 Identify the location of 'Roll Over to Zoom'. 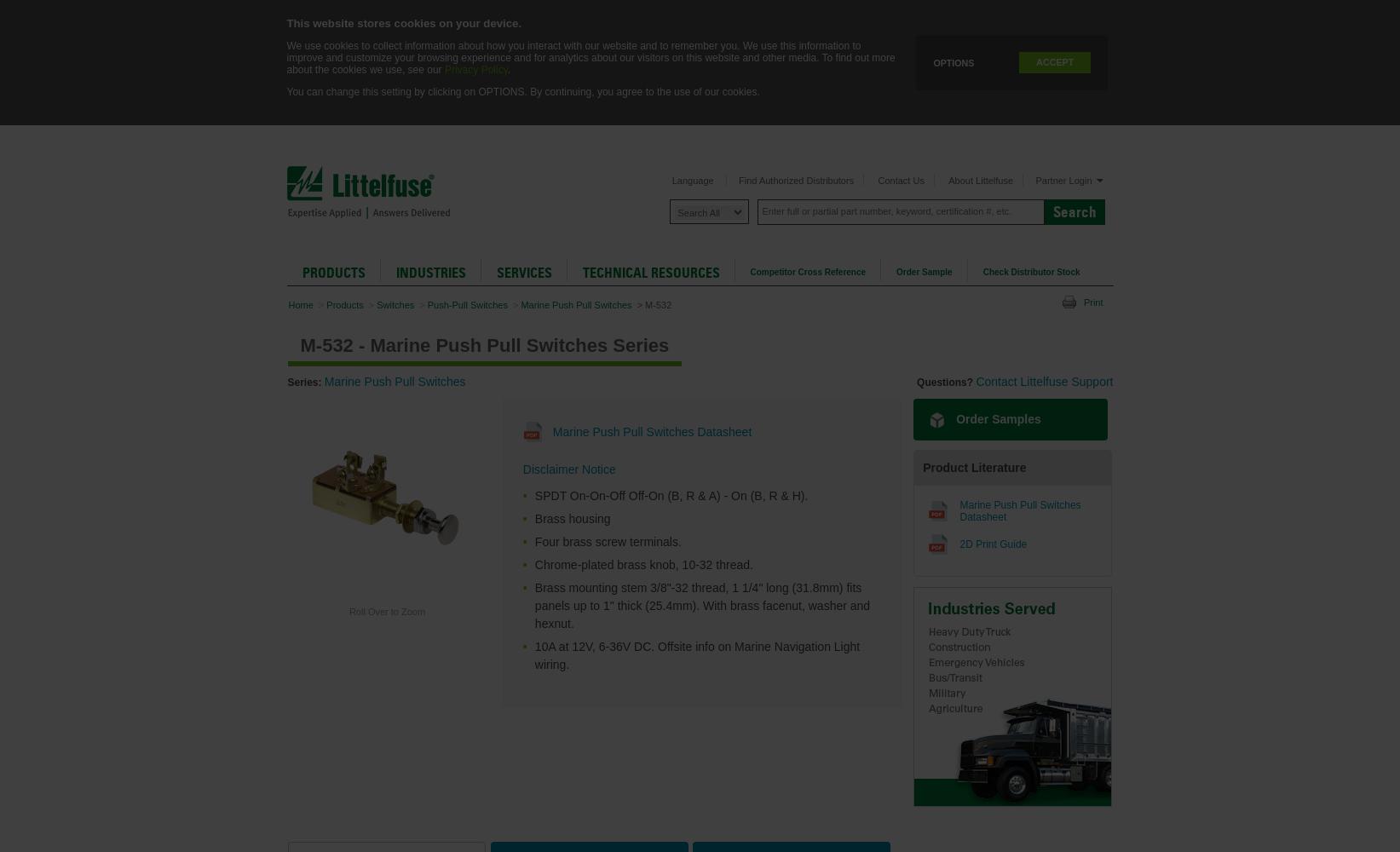
(386, 611).